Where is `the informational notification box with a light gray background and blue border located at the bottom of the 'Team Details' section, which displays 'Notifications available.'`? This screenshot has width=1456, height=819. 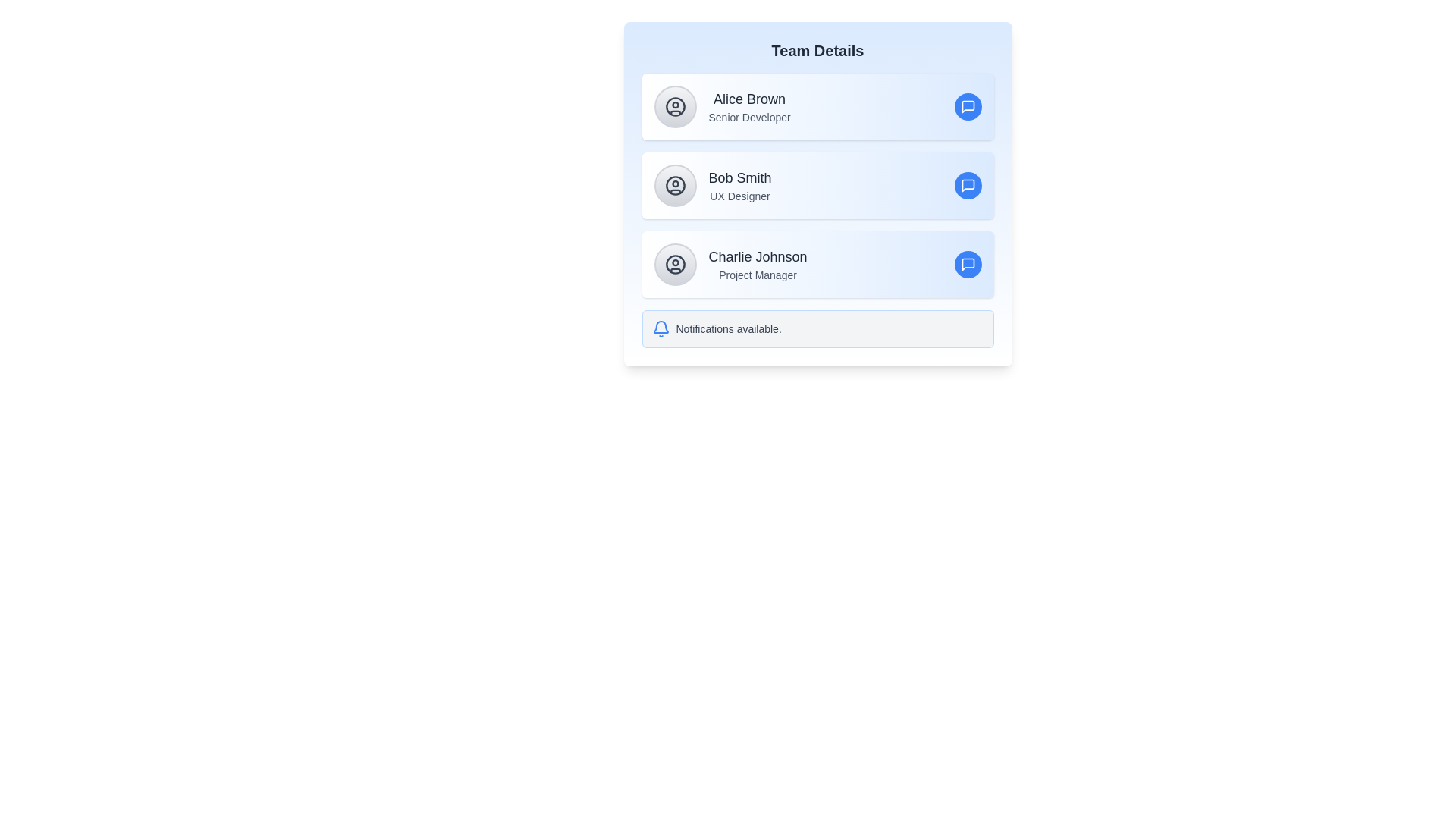
the informational notification box with a light gray background and blue border located at the bottom of the 'Team Details' section, which displays 'Notifications available.' is located at coordinates (817, 328).